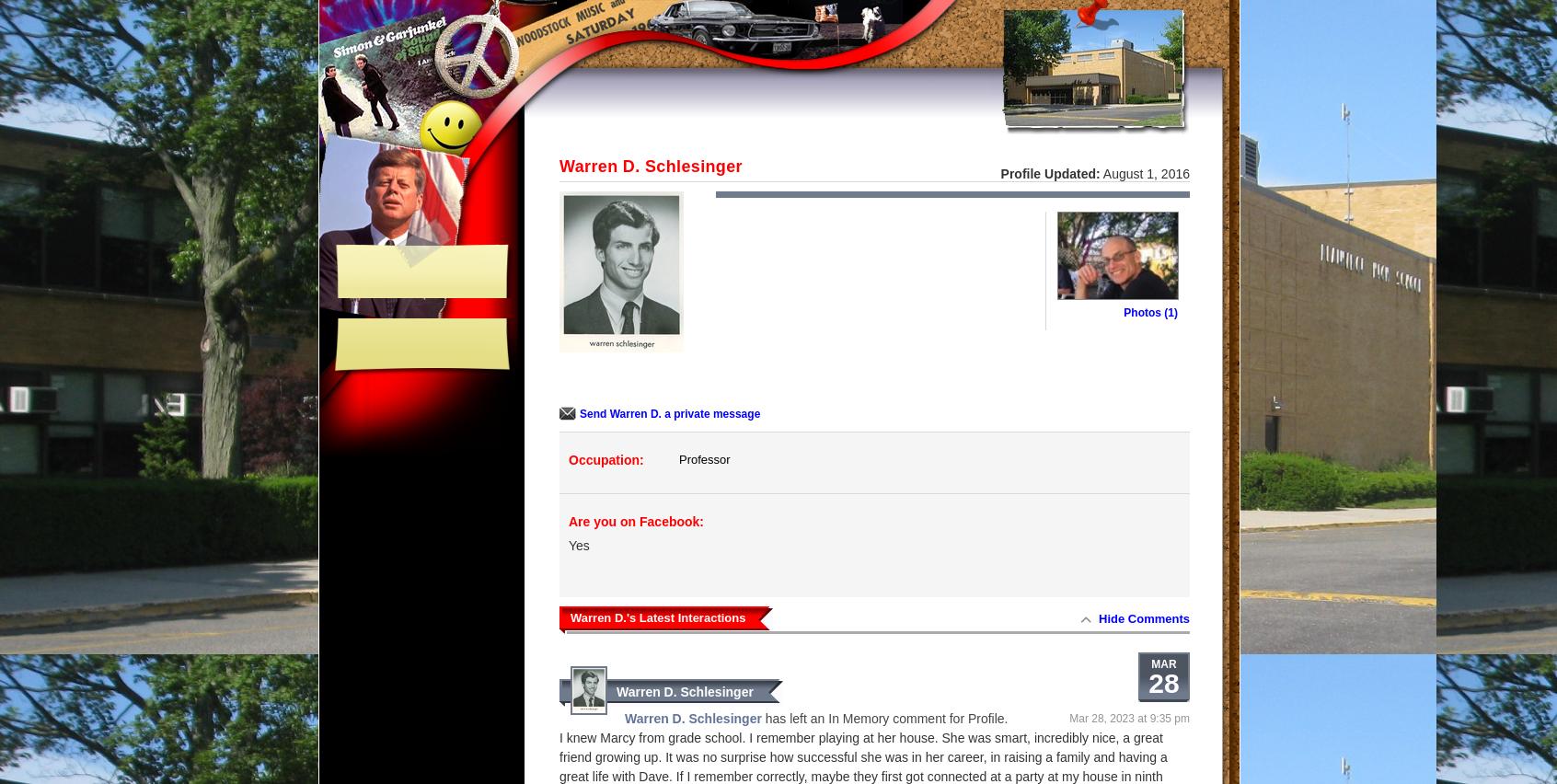 This screenshot has height=784, width=1557. I want to click on 'Hide Comments', so click(1144, 617).